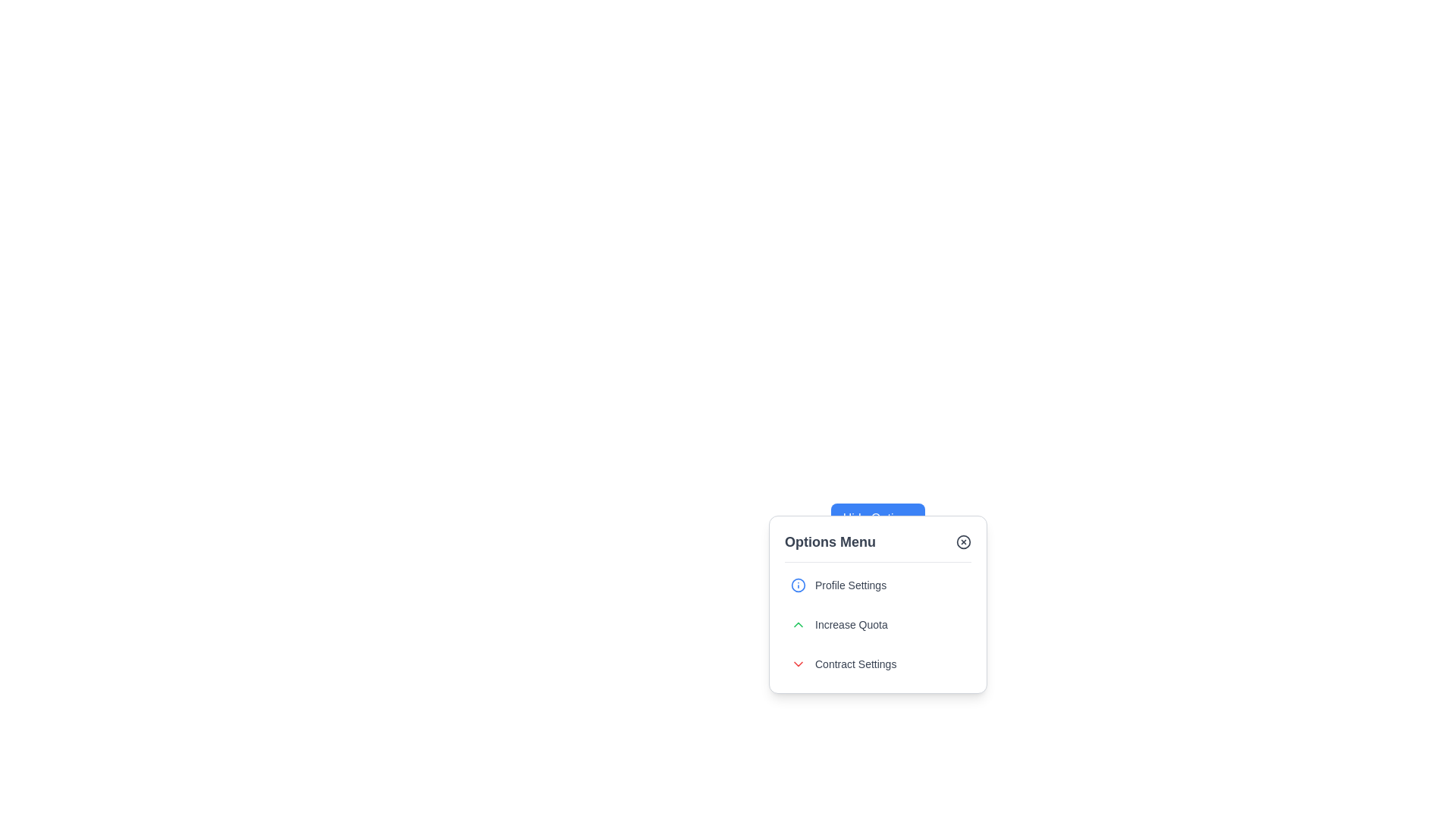  What do you see at coordinates (797, 663) in the screenshot?
I see `the icon button located in the bottommost row of the options menu` at bounding box center [797, 663].